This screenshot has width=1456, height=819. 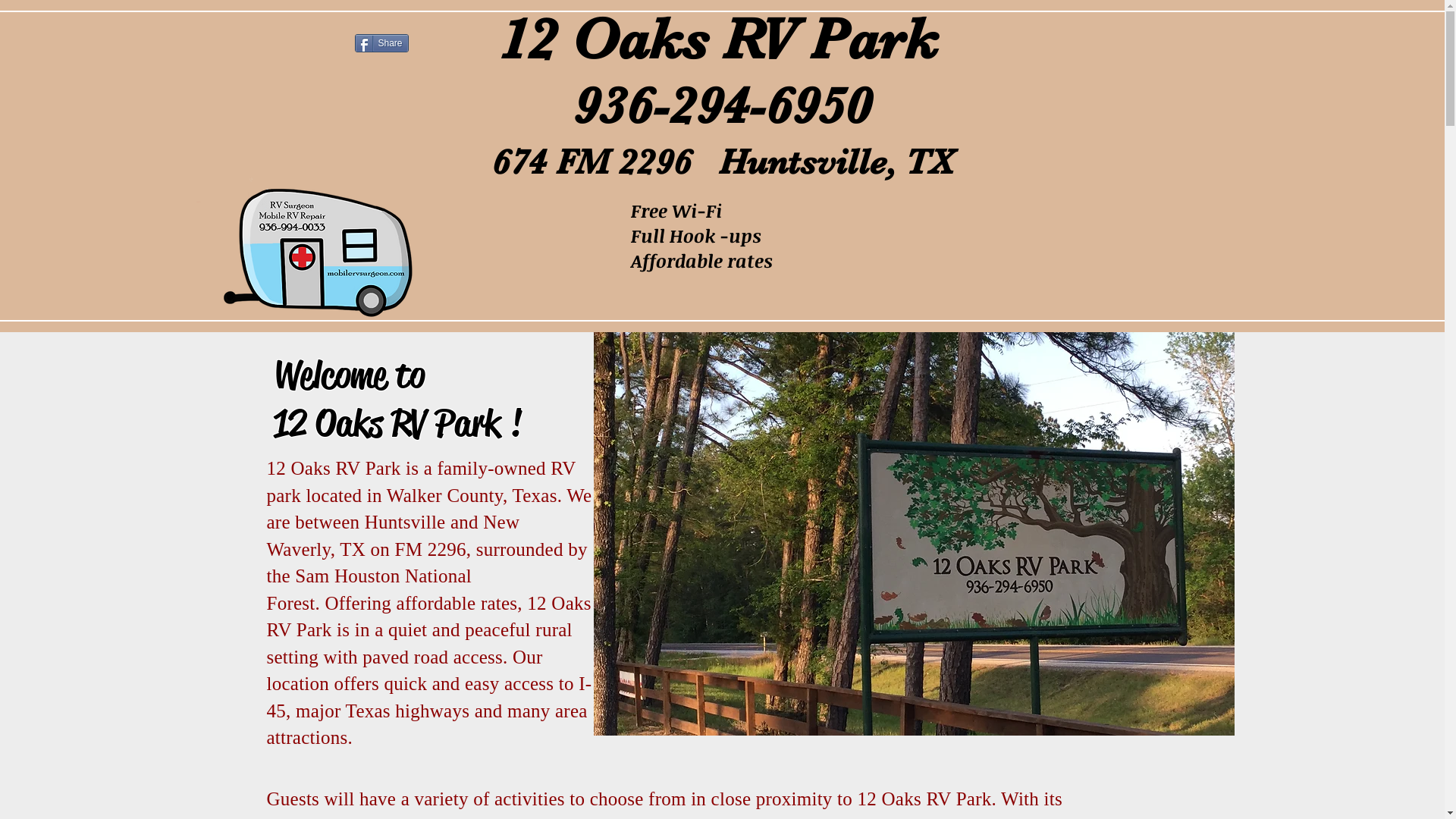 What do you see at coordinates (381, 42) in the screenshot?
I see `'Share'` at bounding box center [381, 42].